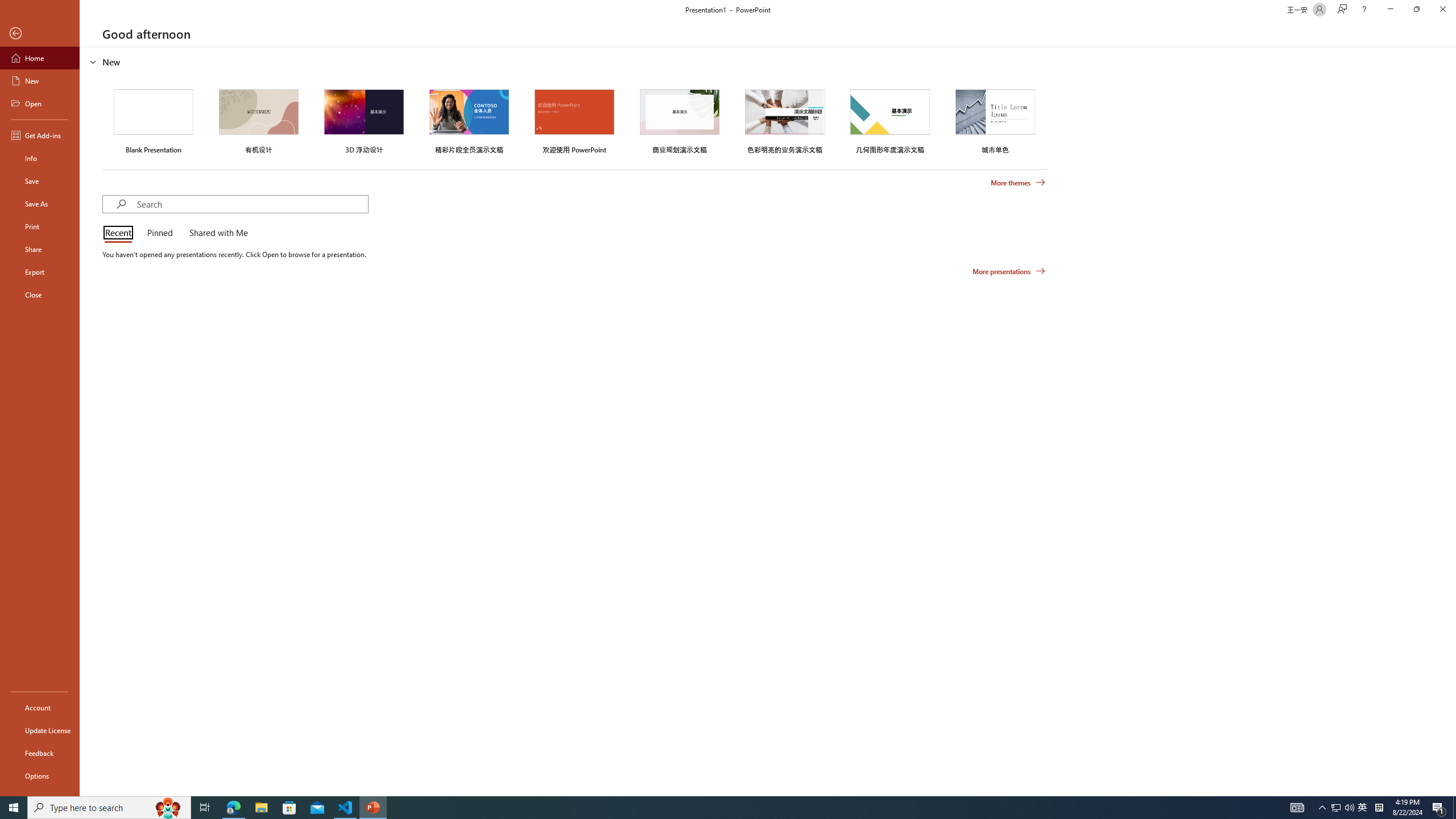 Image resolution: width=1456 pixels, height=819 pixels. What do you see at coordinates (39, 226) in the screenshot?
I see `'Print'` at bounding box center [39, 226].